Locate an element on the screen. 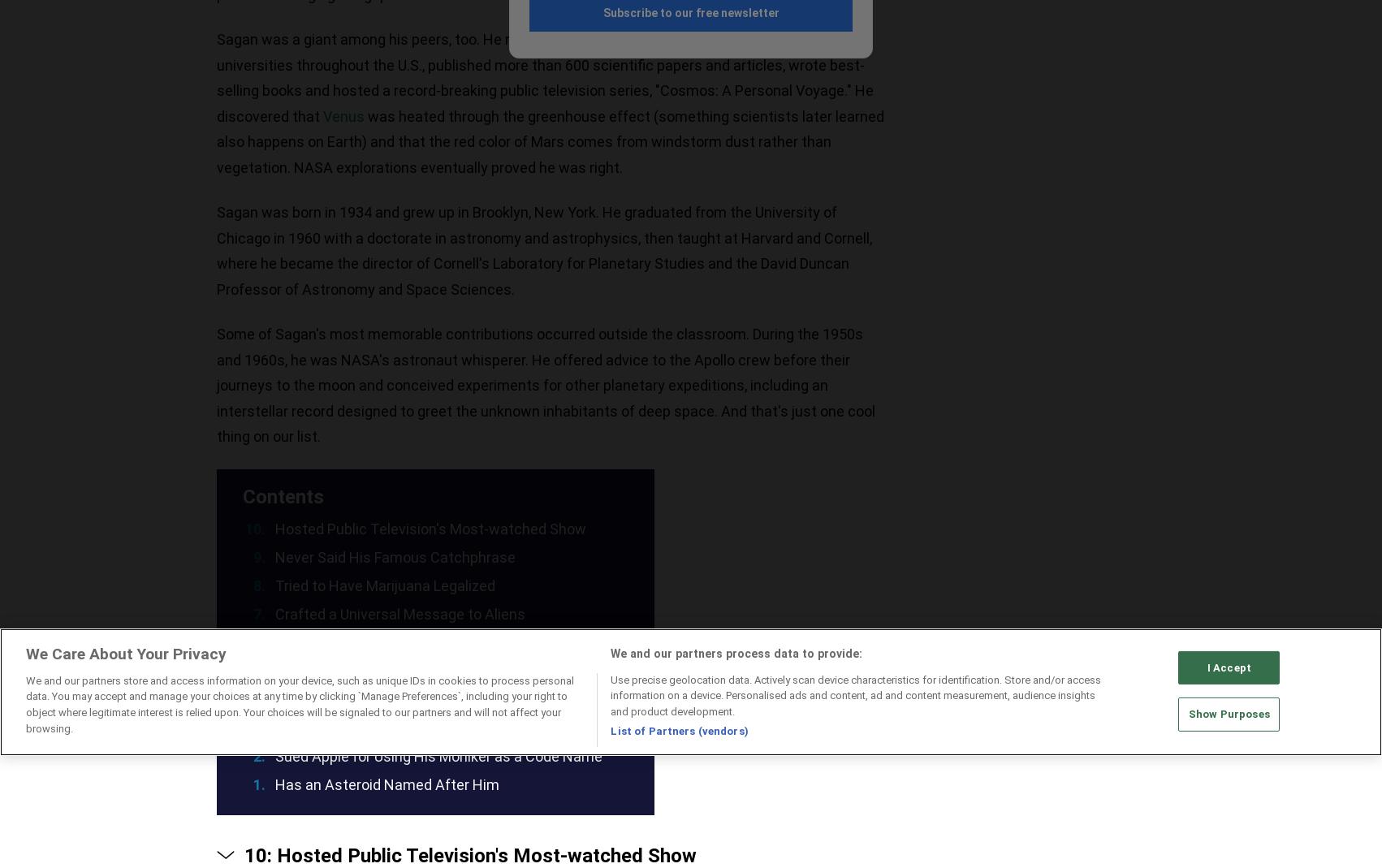 This screenshot has width=1382, height=868. 'Has an Asteroid Named After Him' is located at coordinates (275, 784).